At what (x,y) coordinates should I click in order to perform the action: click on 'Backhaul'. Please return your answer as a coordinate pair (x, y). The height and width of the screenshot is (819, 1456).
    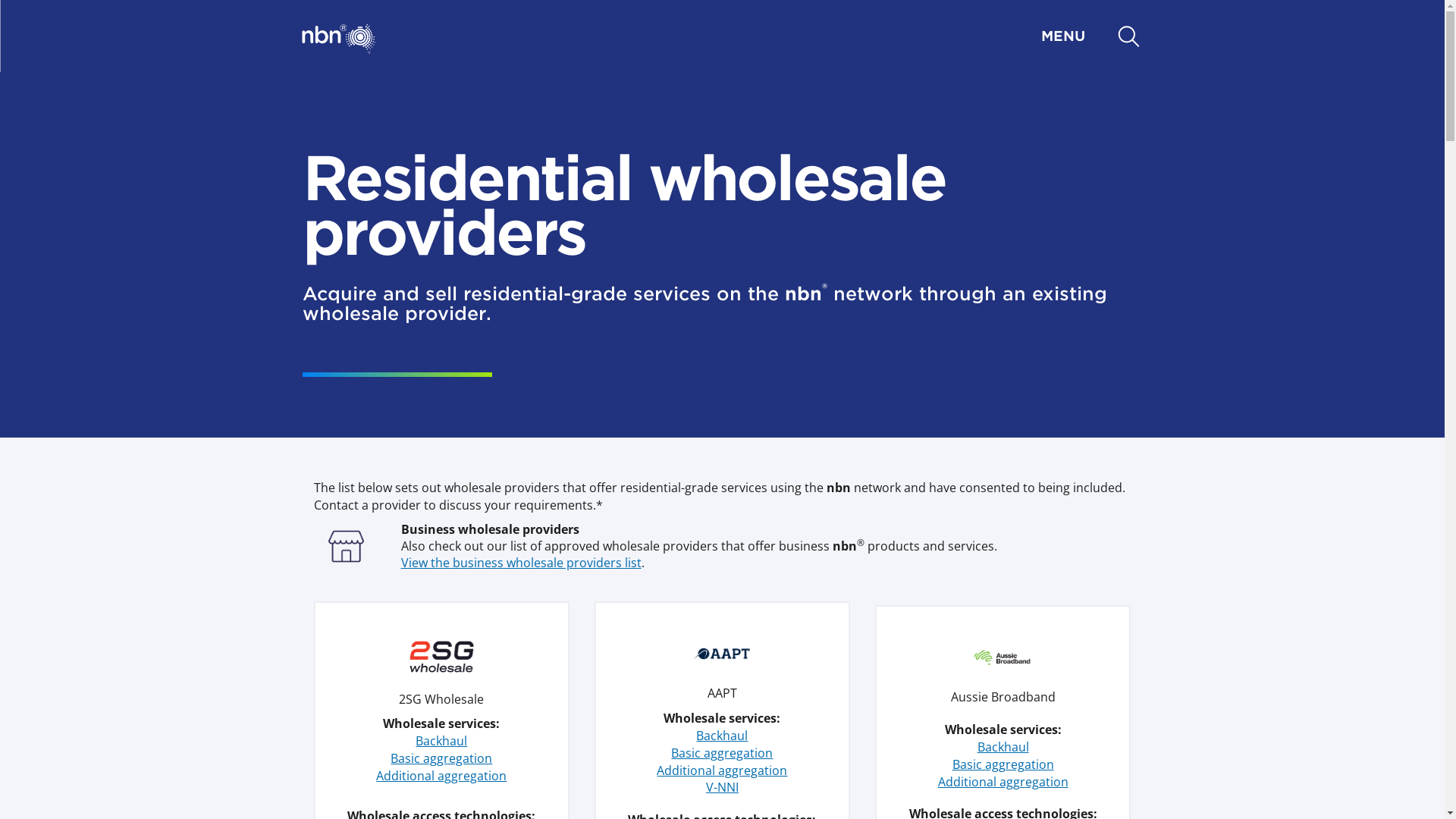
    Looking at the image, I should click on (1003, 745).